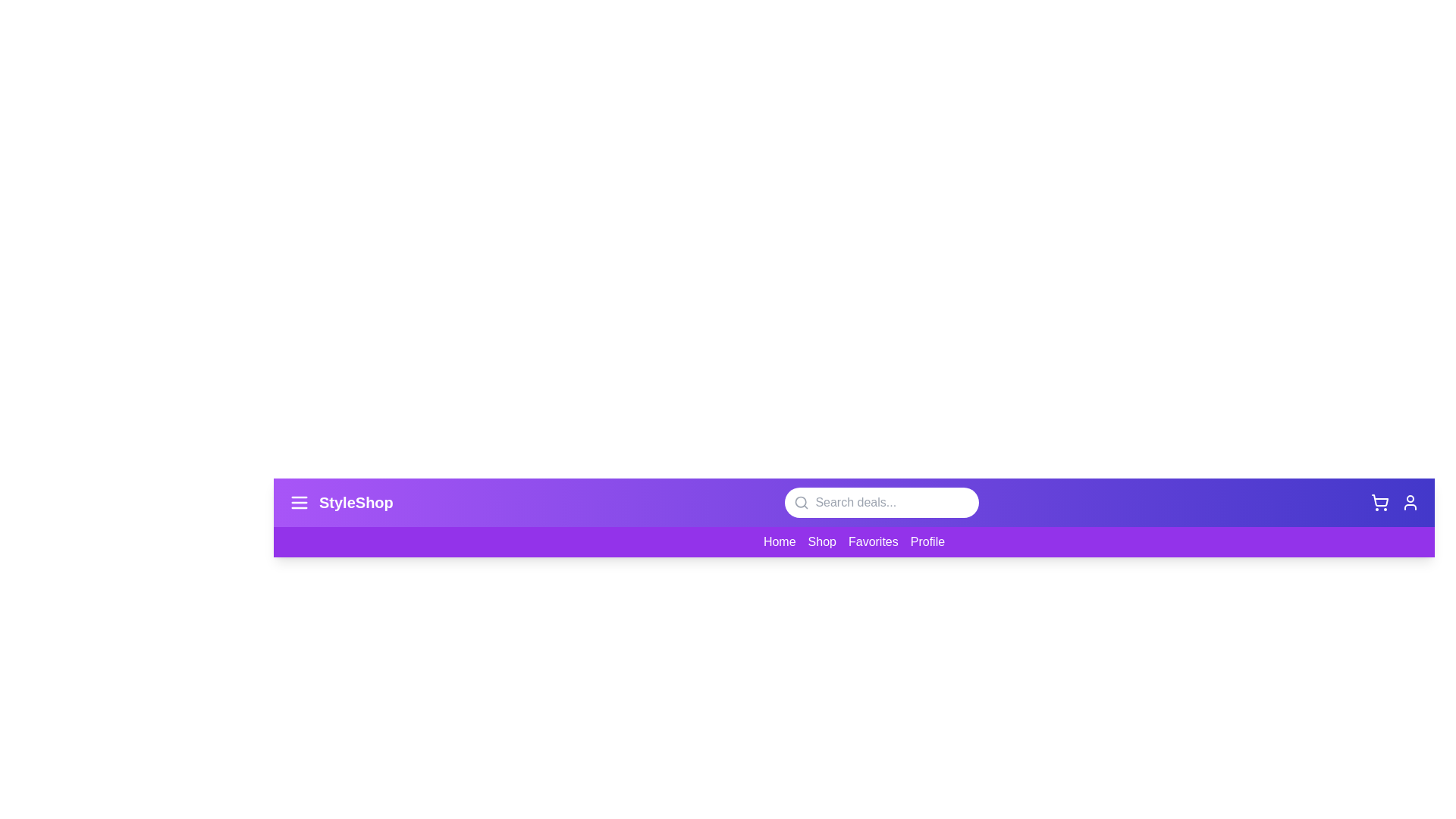 The width and height of the screenshot is (1456, 819). What do you see at coordinates (927, 540) in the screenshot?
I see `the 'Profile' link to navigate to the profile page` at bounding box center [927, 540].